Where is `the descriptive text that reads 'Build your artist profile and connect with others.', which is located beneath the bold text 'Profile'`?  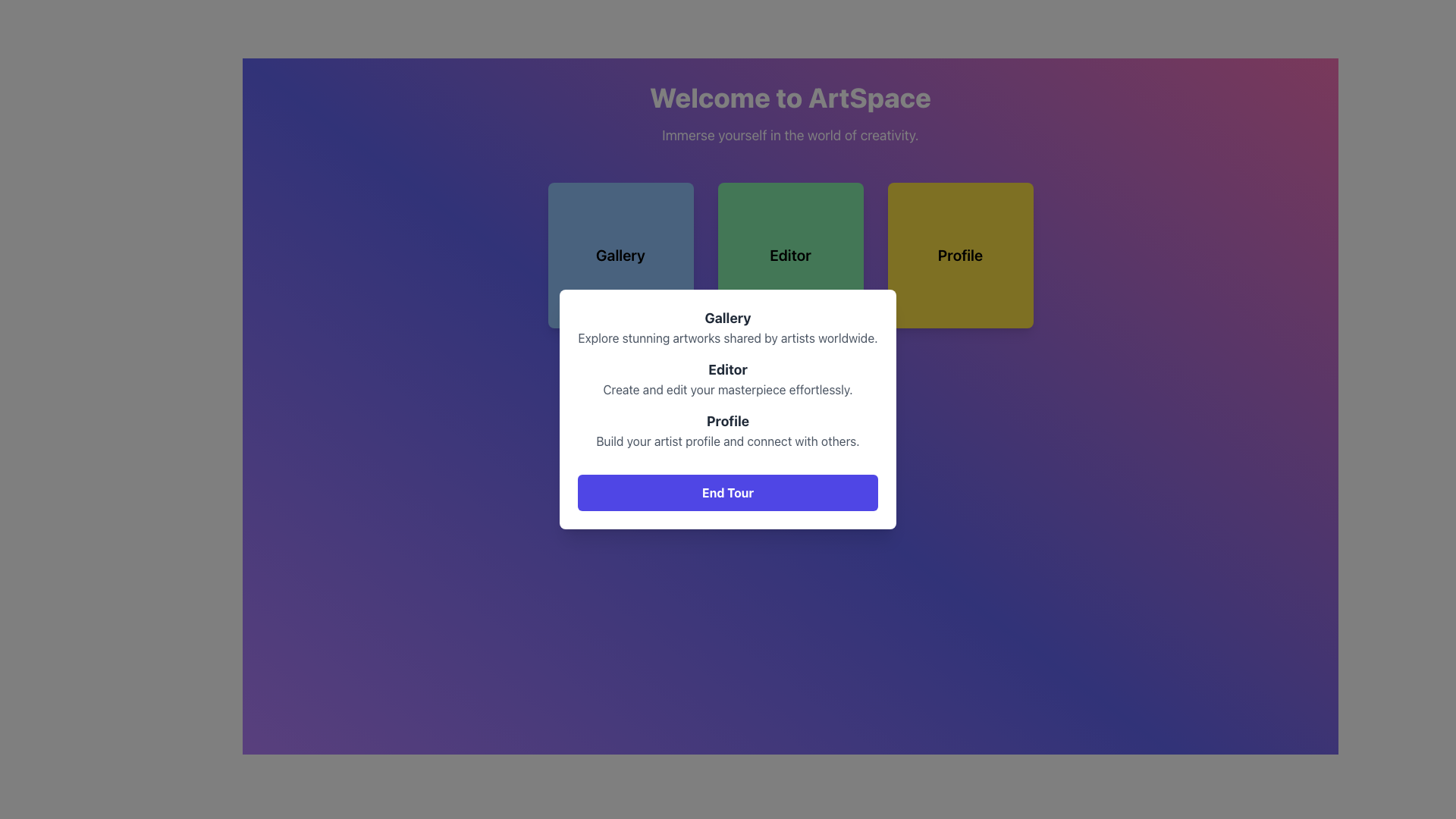 the descriptive text that reads 'Build your artist profile and connect with others.', which is located beneath the bold text 'Profile' is located at coordinates (728, 441).